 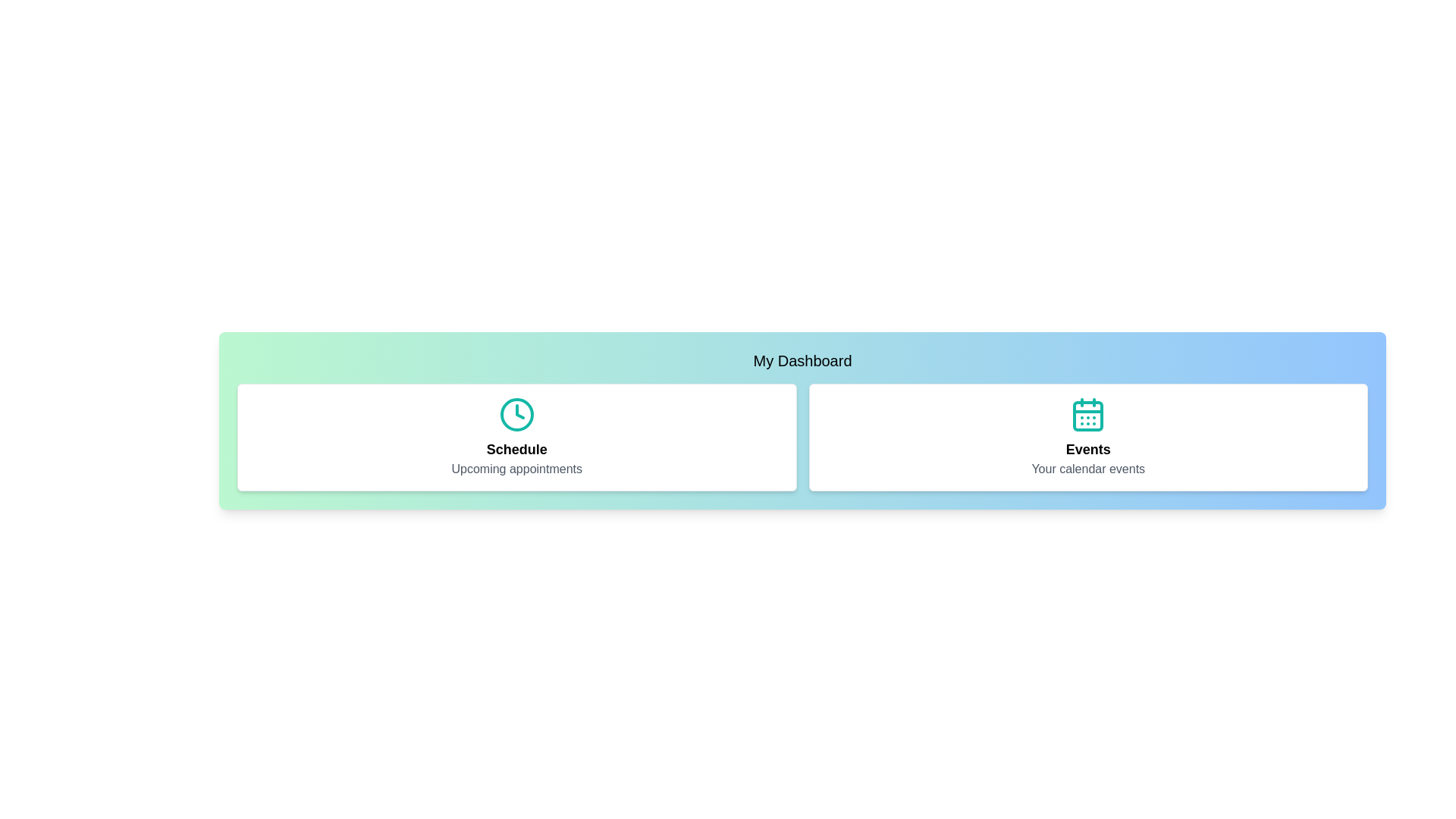 I want to click on the graphical icon fragment representing a specific day or event within the calendar icon located in the 'Events' card on the right side of the interface, so click(x=1087, y=416).